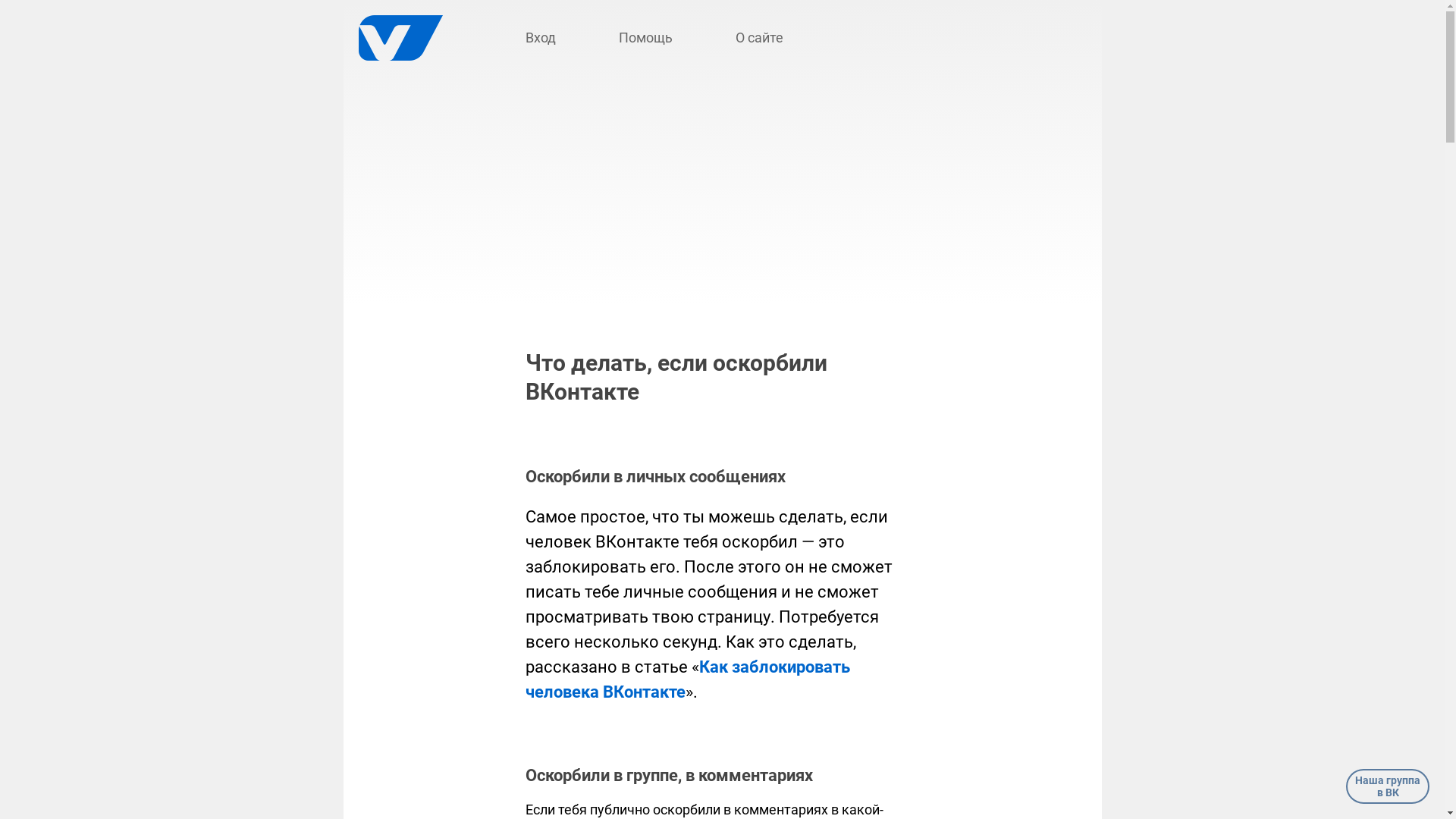 The width and height of the screenshot is (1456, 819). I want to click on 'Advertisement', so click(720, 196).